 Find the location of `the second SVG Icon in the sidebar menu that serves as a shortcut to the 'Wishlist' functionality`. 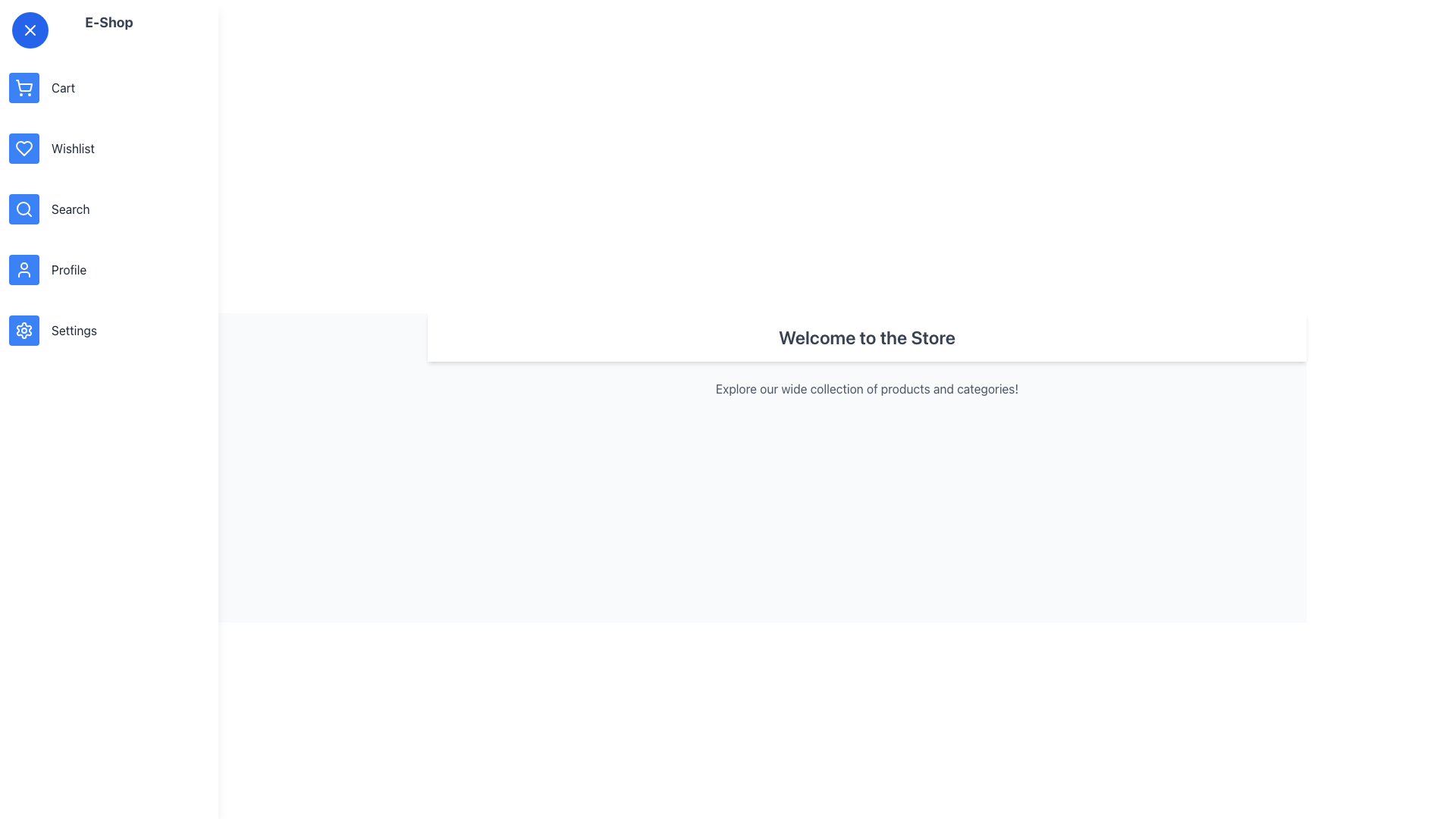

the second SVG Icon in the sidebar menu that serves as a shortcut to the 'Wishlist' functionality is located at coordinates (24, 149).